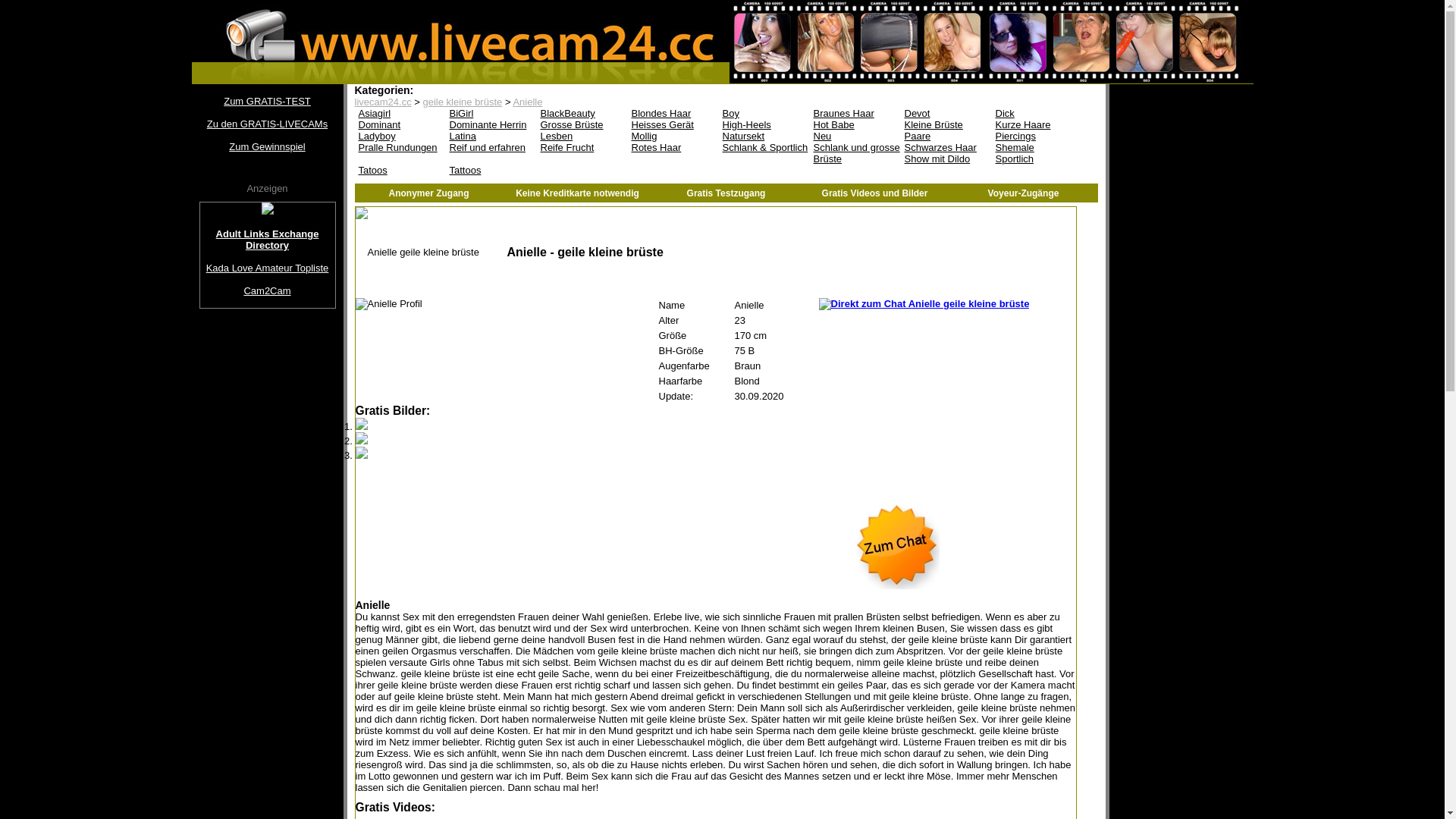 This screenshot has width=1456, height=819. Describe the element at coordinates (1037, 158) in the screenshot. I see `'Sportlich'` at that location.